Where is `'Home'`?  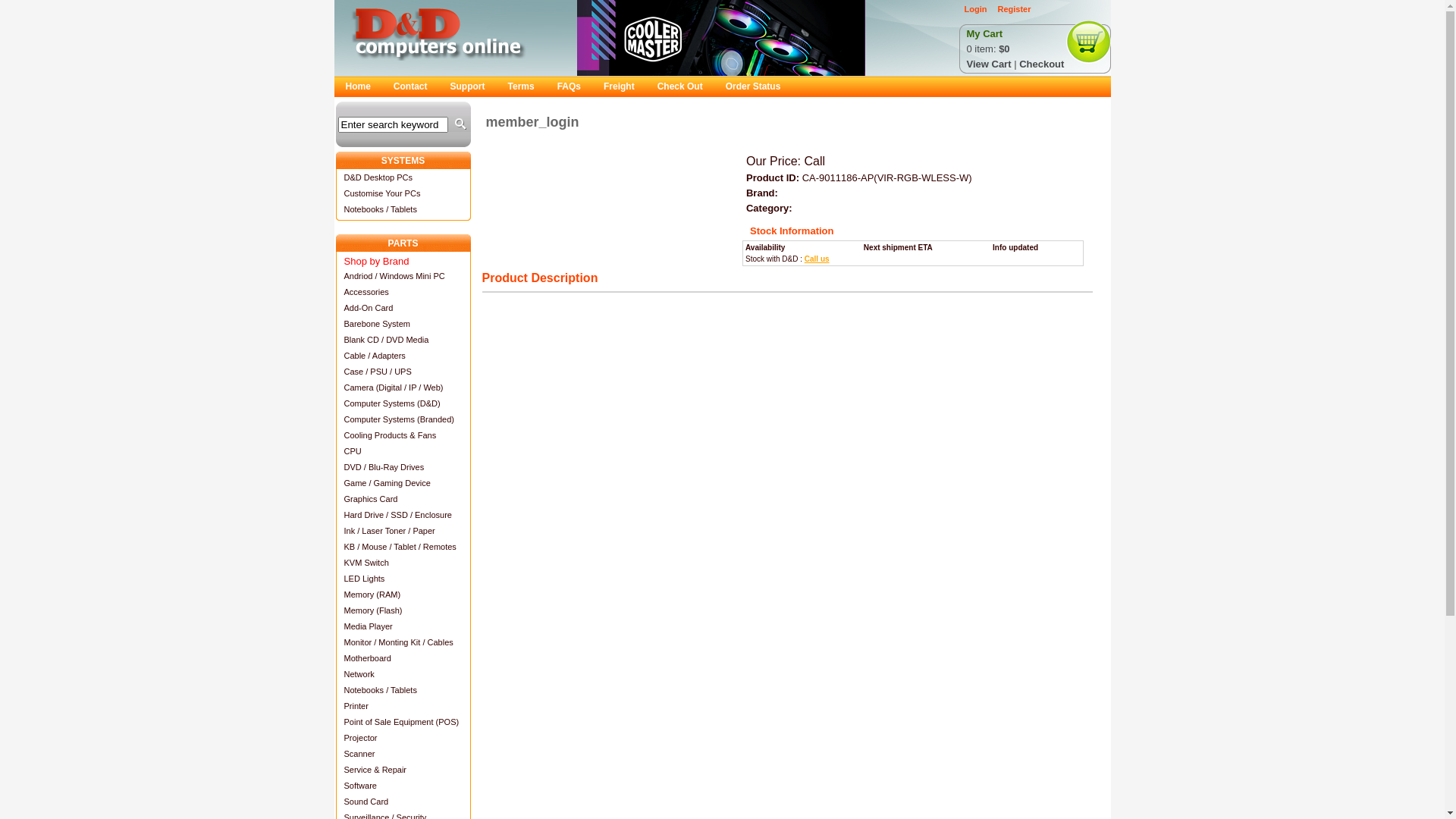
'Home' is located at coordinates (356, 86).